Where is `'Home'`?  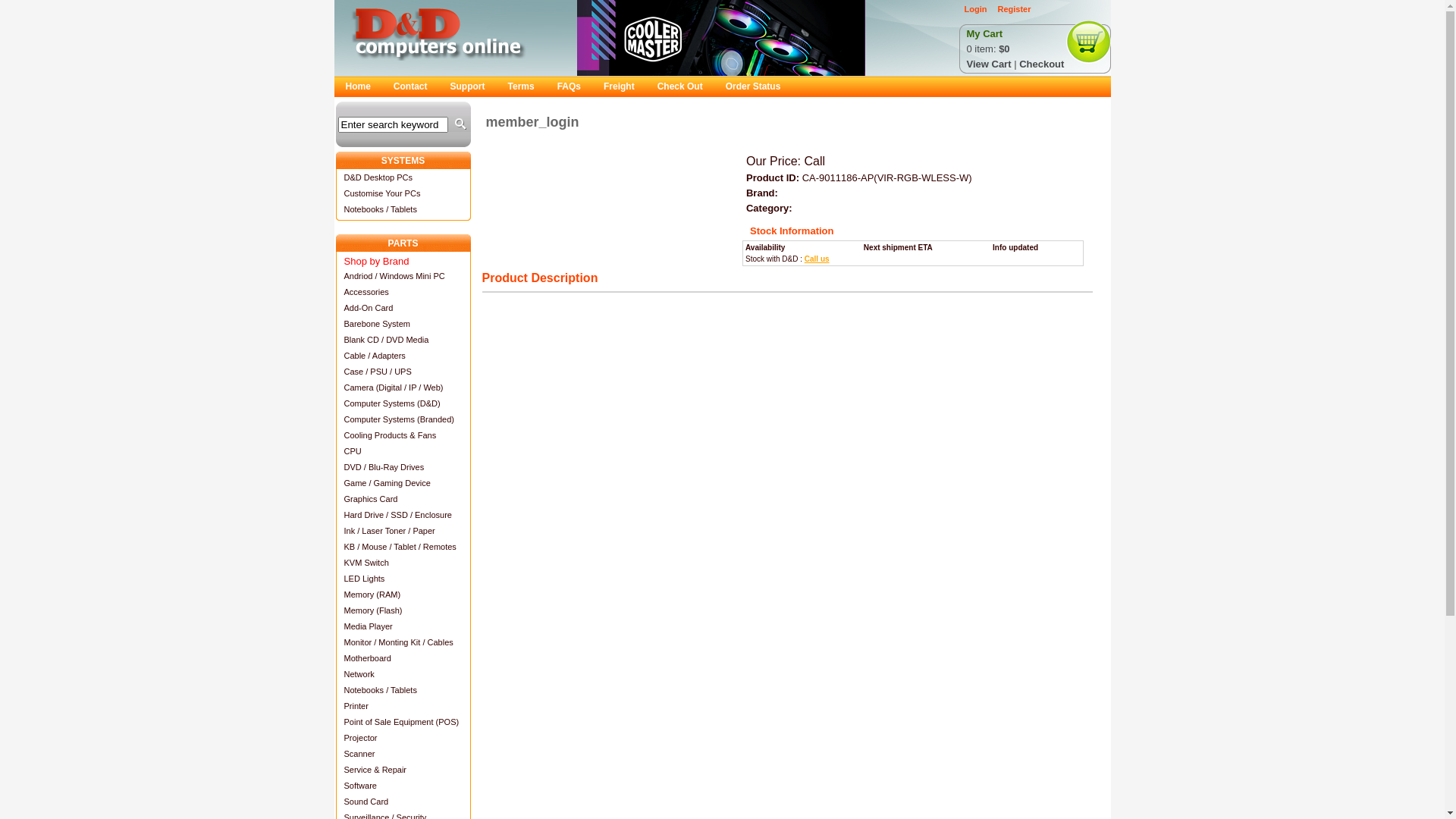
'Home' is located at coordinates (356, 86).